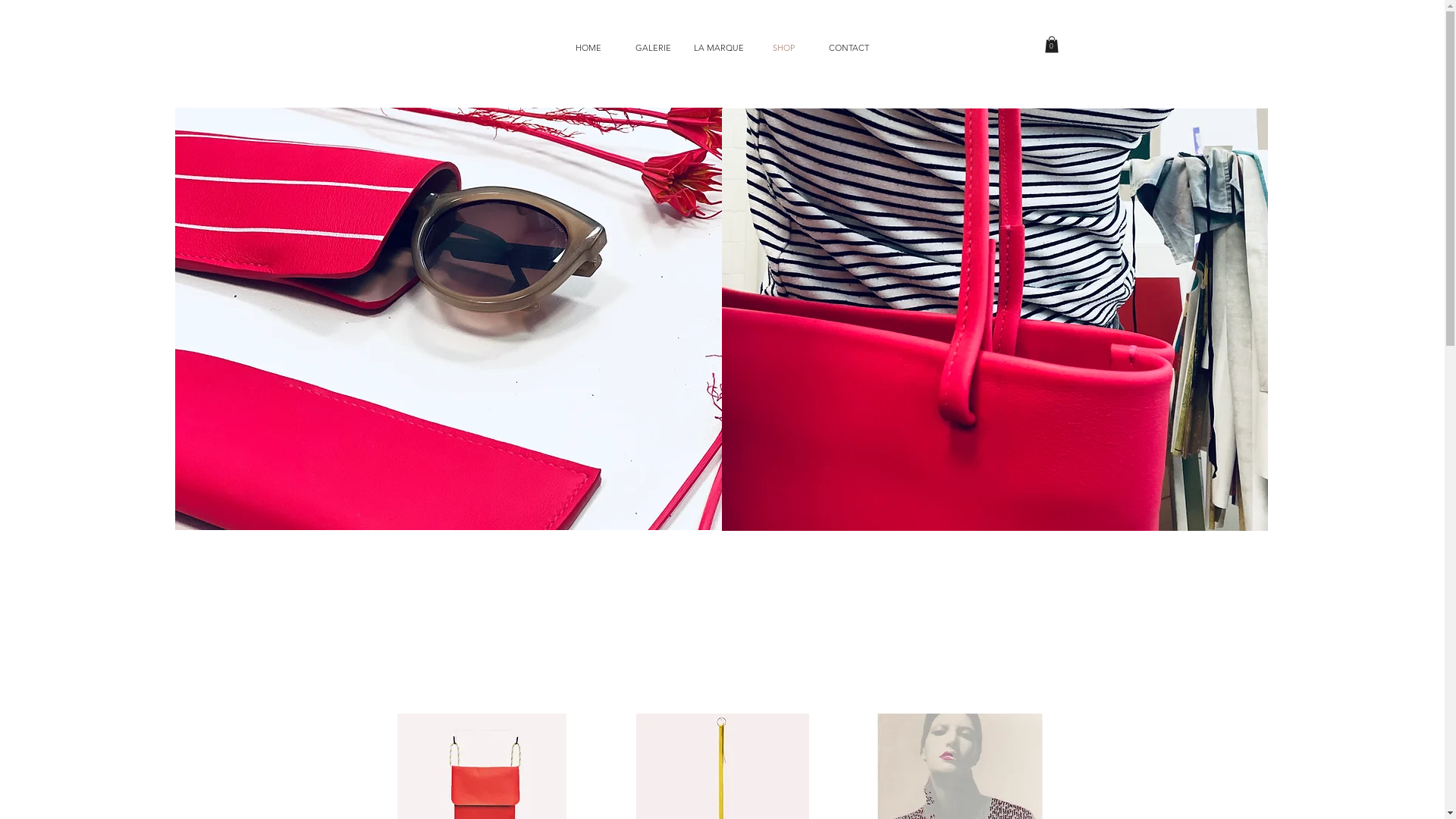 This screenshot has width=1456, height=819. I want to click on 'HOME', so click(586, 46).